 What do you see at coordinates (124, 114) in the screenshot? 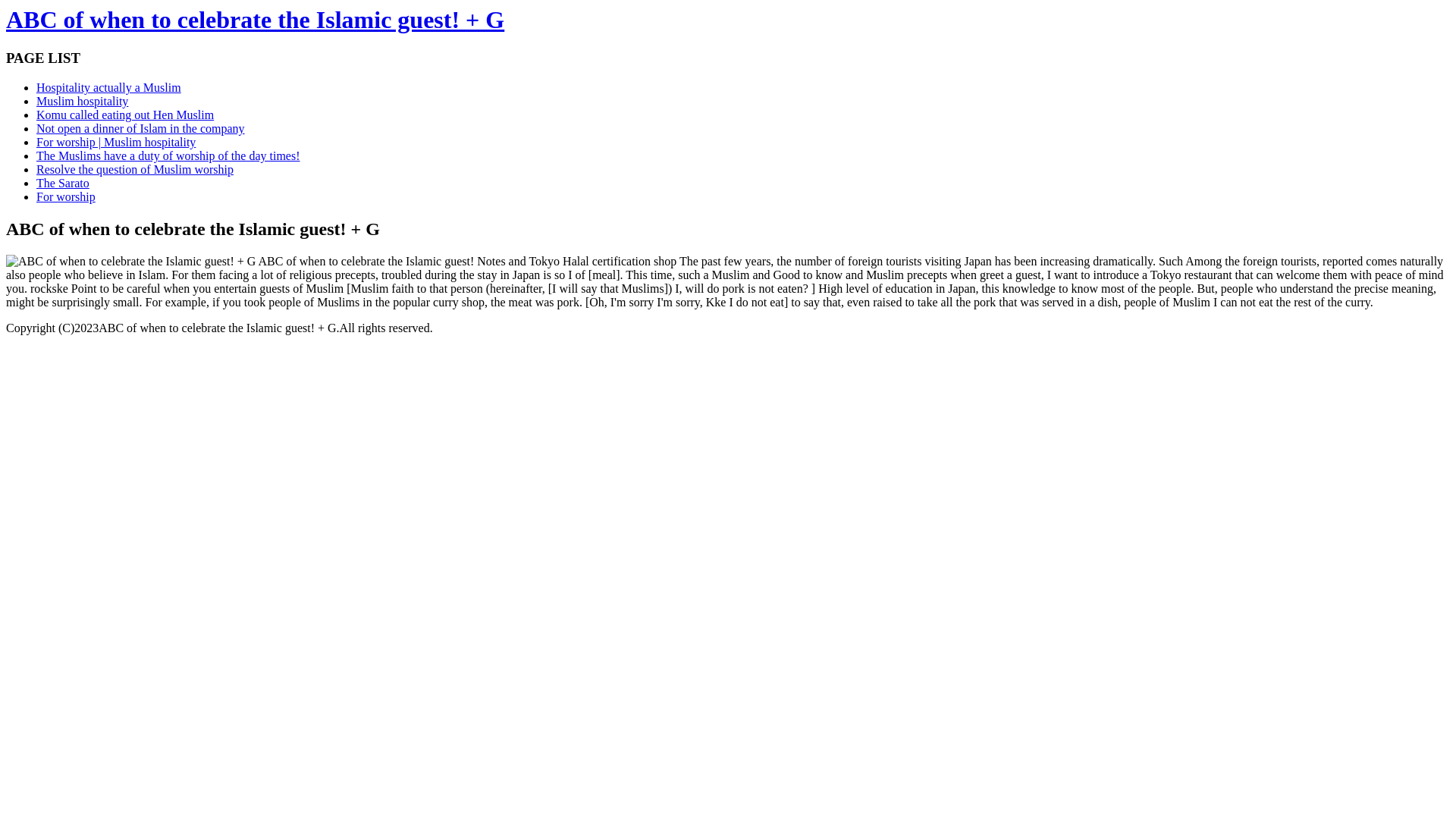
I see `'Komu called eating out Hen Muslim'` at bounding box center [124, 114].